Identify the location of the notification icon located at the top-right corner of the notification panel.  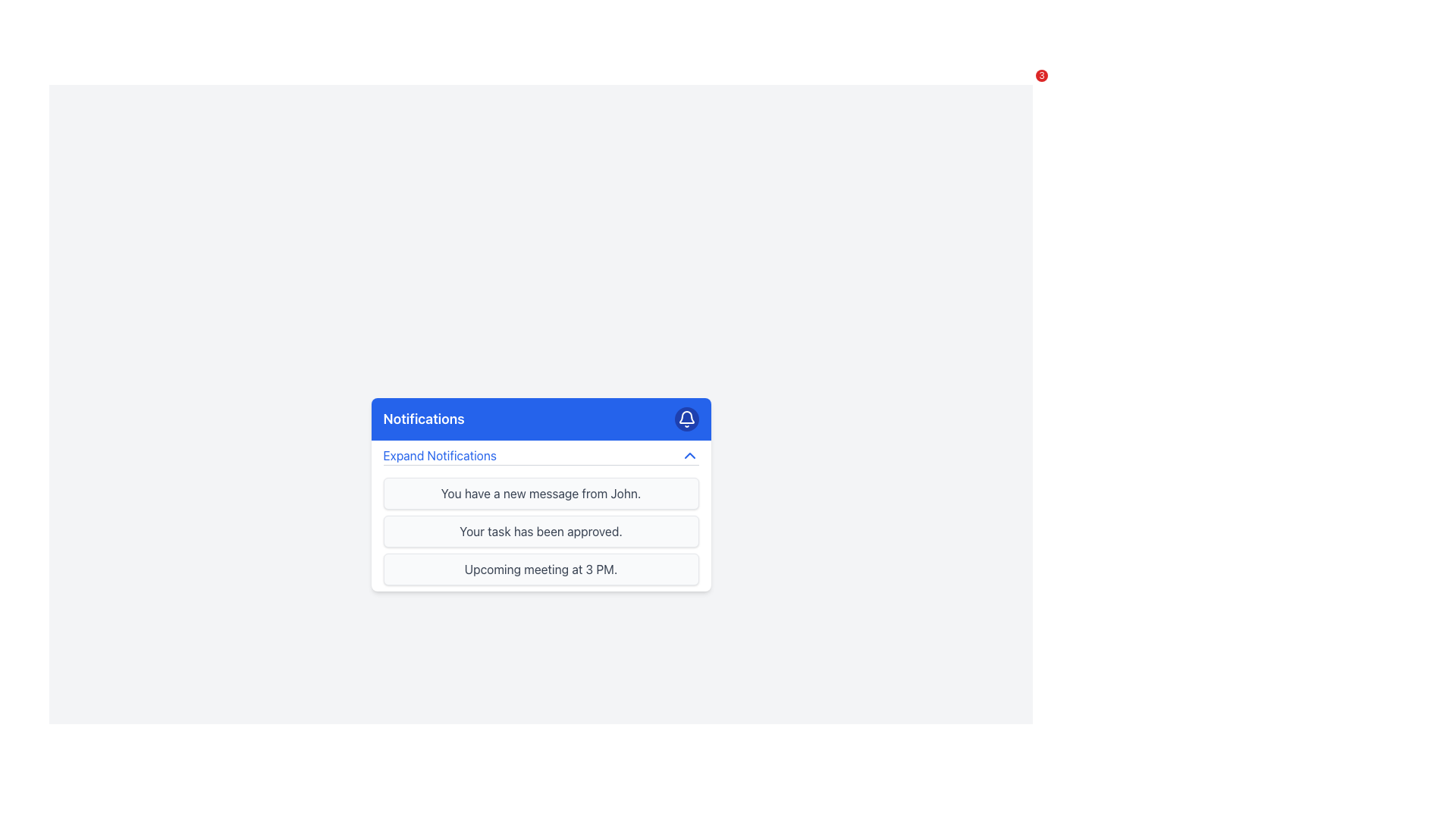
(686, 417).